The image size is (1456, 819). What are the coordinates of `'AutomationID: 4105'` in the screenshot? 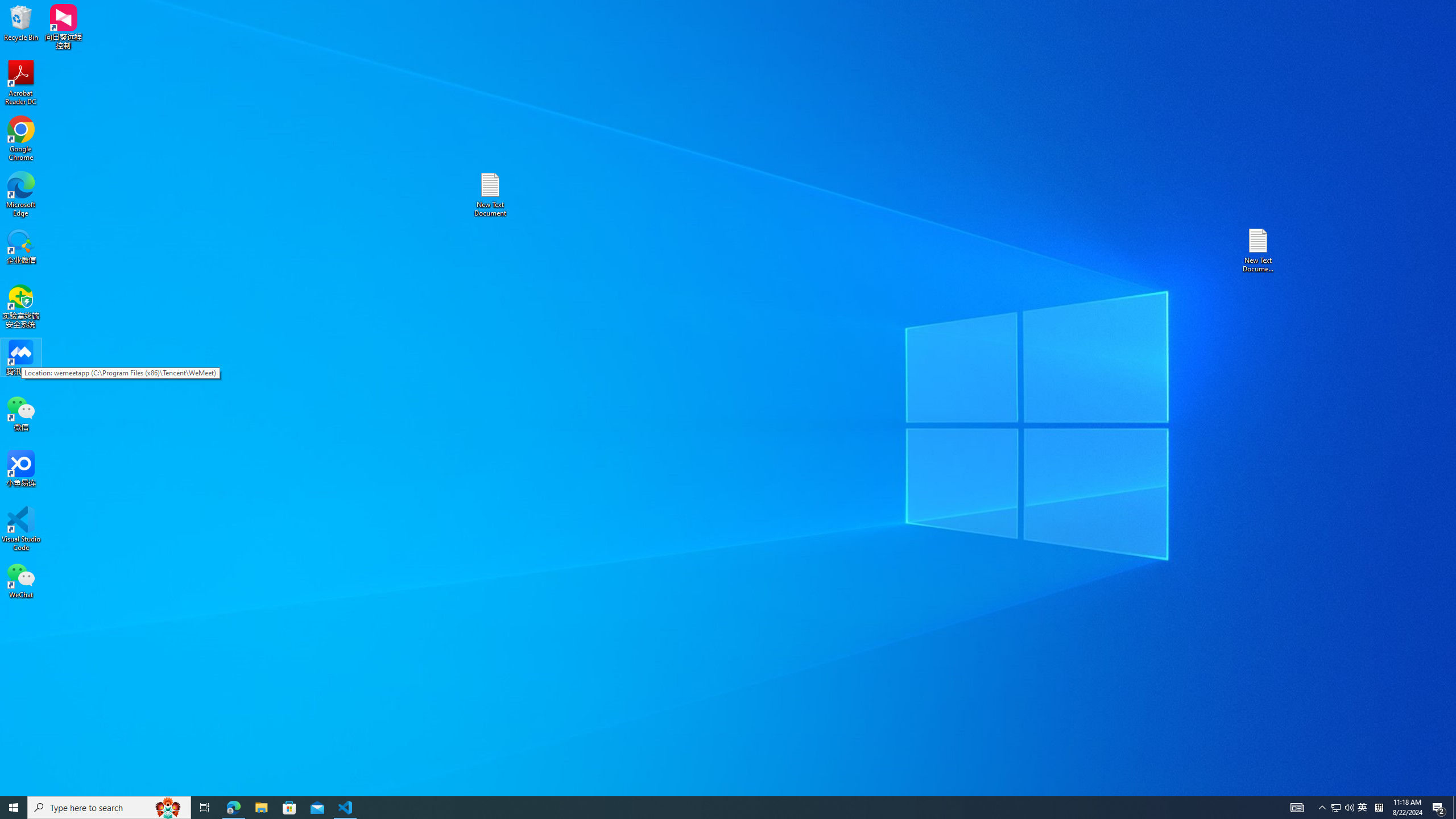 It's located at (1296, 806).